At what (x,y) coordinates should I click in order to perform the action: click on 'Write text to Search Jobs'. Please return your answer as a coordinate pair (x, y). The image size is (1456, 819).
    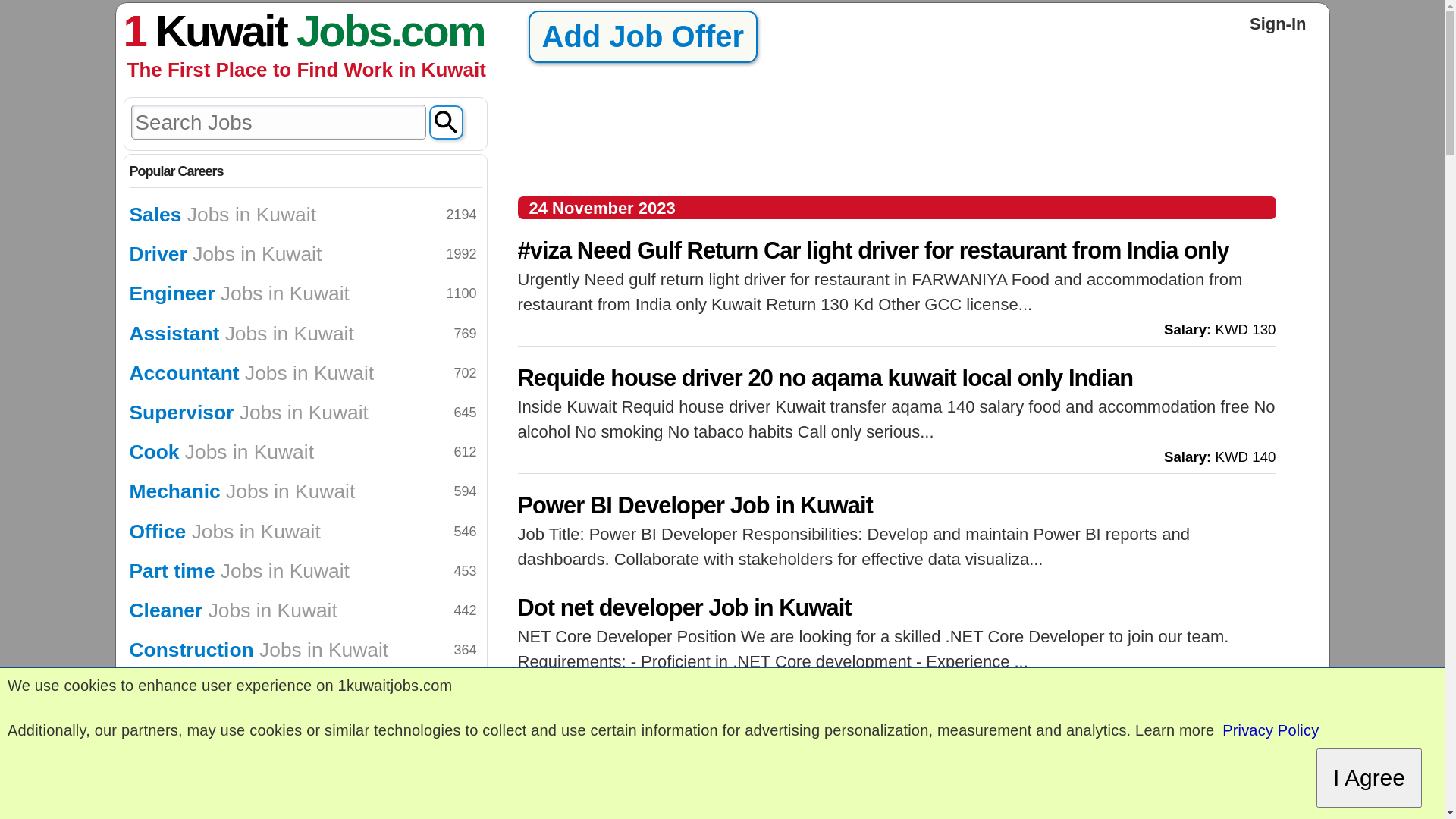
    Looking at the image, I should click on (278, 121).